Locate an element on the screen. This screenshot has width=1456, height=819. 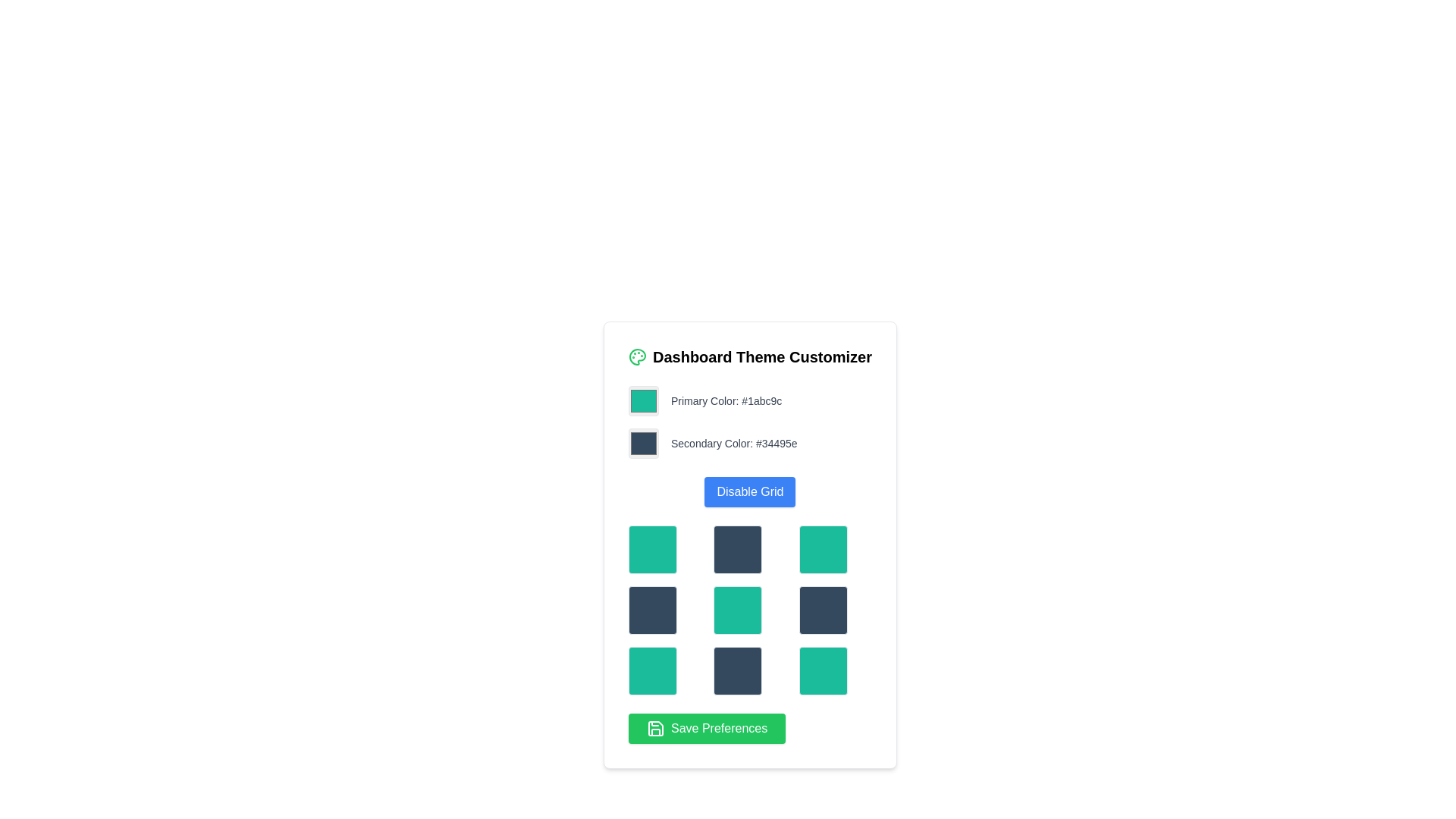
the color preview label for the primary theme color, which is positioned above the 'Secondary Color: #34495e' section and is the first among the color selectors is located at coordinates (750, 400).